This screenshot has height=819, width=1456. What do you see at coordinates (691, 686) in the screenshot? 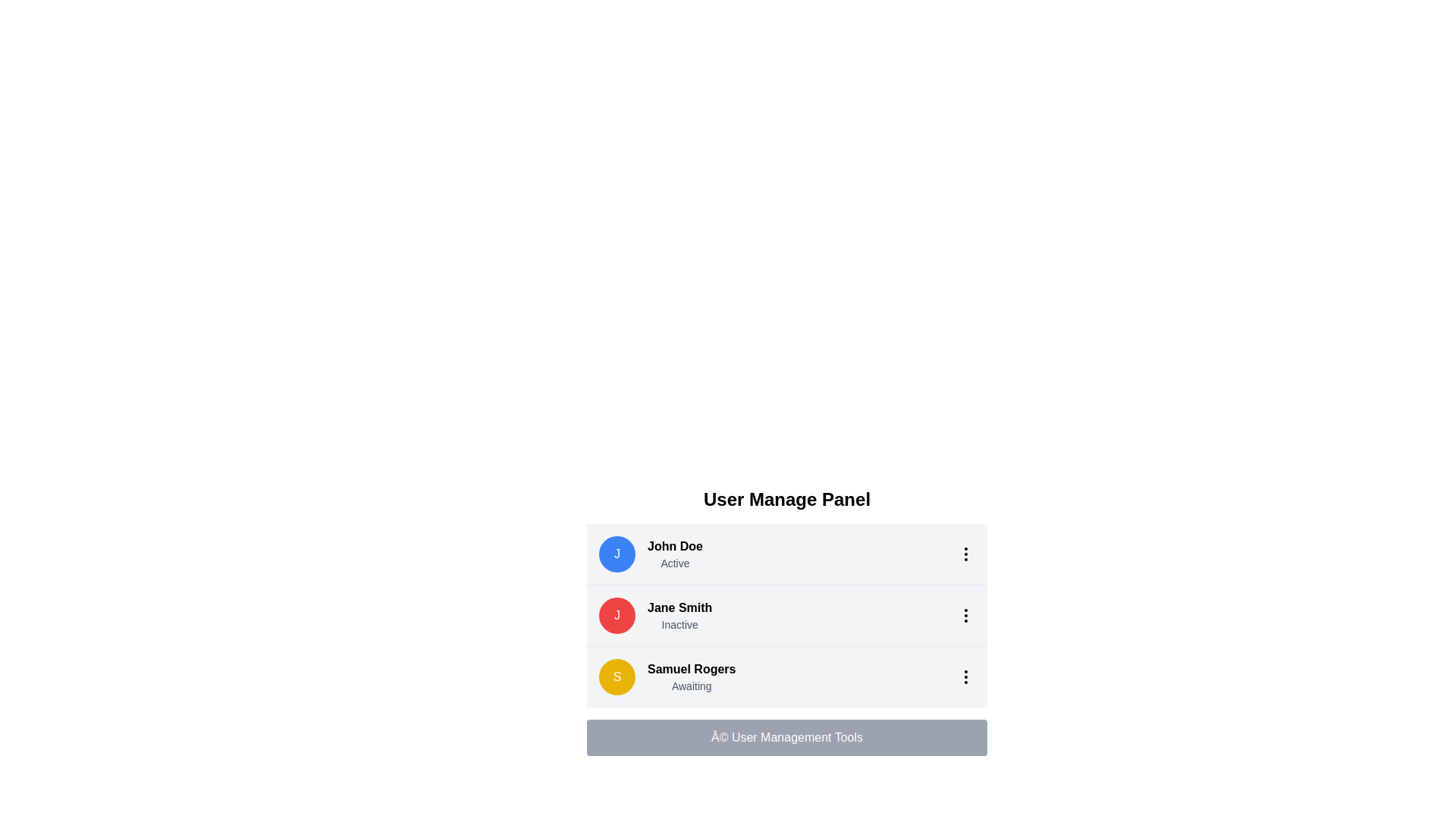
I see `the text label 'Awaiting' that appears in smaller gray font, located beneath 'Samuel Rogers' in the third user list entry of the User Manage Panel` at bounding box center [691, 686].